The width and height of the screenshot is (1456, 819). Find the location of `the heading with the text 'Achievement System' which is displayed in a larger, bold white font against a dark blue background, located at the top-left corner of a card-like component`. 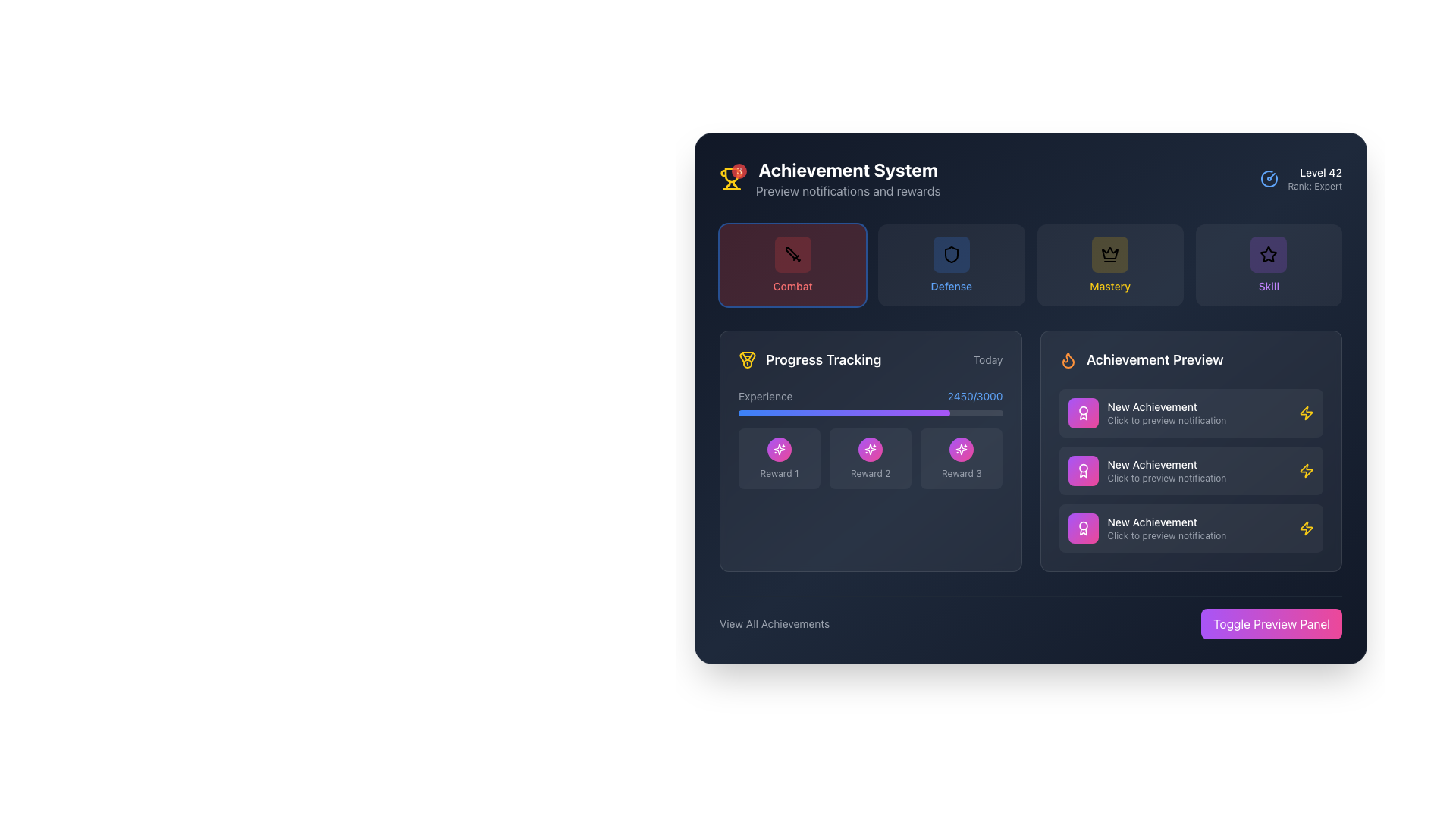

the heading with the text 'Achievement System' which is displayed in a larger, bold white font against a dark blue background, located at the top-left corner of a card-like component is located at coordinates (847, 177).